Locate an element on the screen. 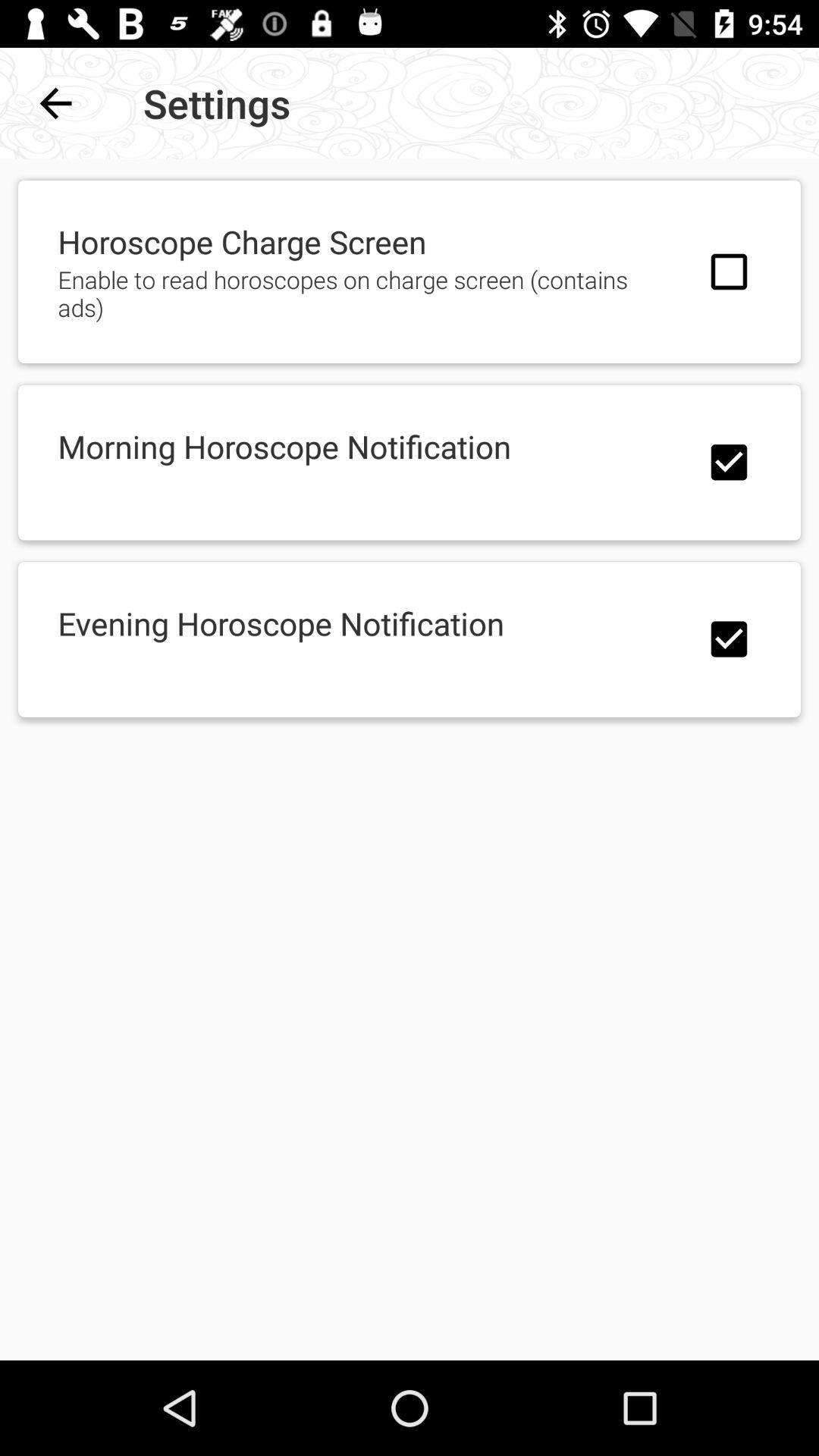 The height and width of the screenshot is (1456, 819). the item above horoscope charge screen is located at coordinates (55, 102).